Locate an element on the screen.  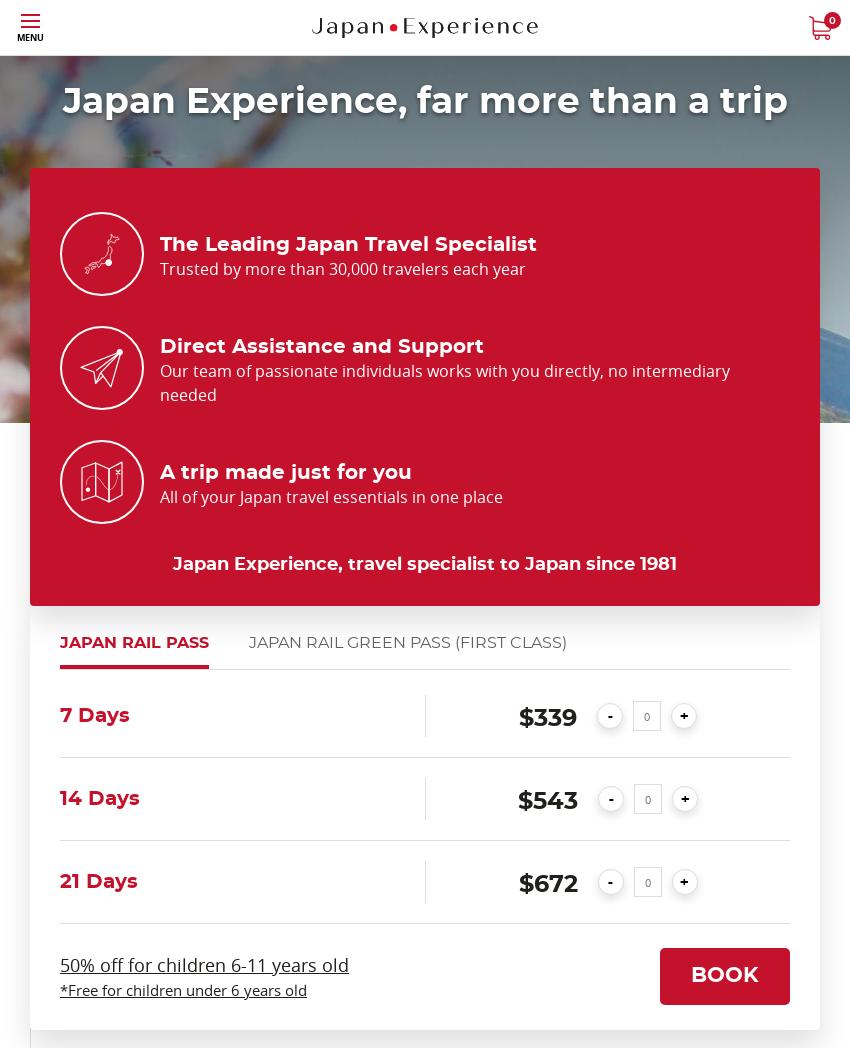
'A trip made just for you' is located at coordinates (285, 471).